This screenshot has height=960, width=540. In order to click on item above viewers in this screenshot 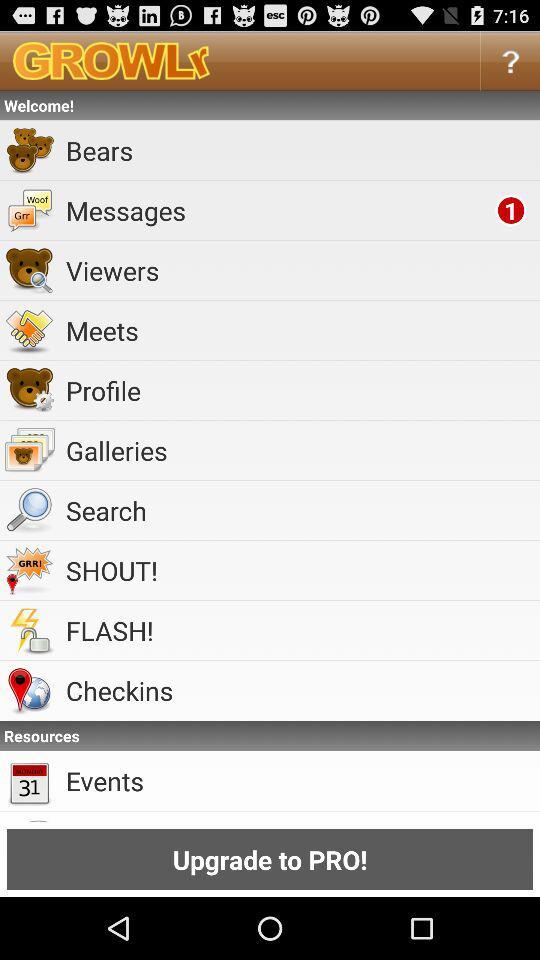, I will do `click(276, 210)`.